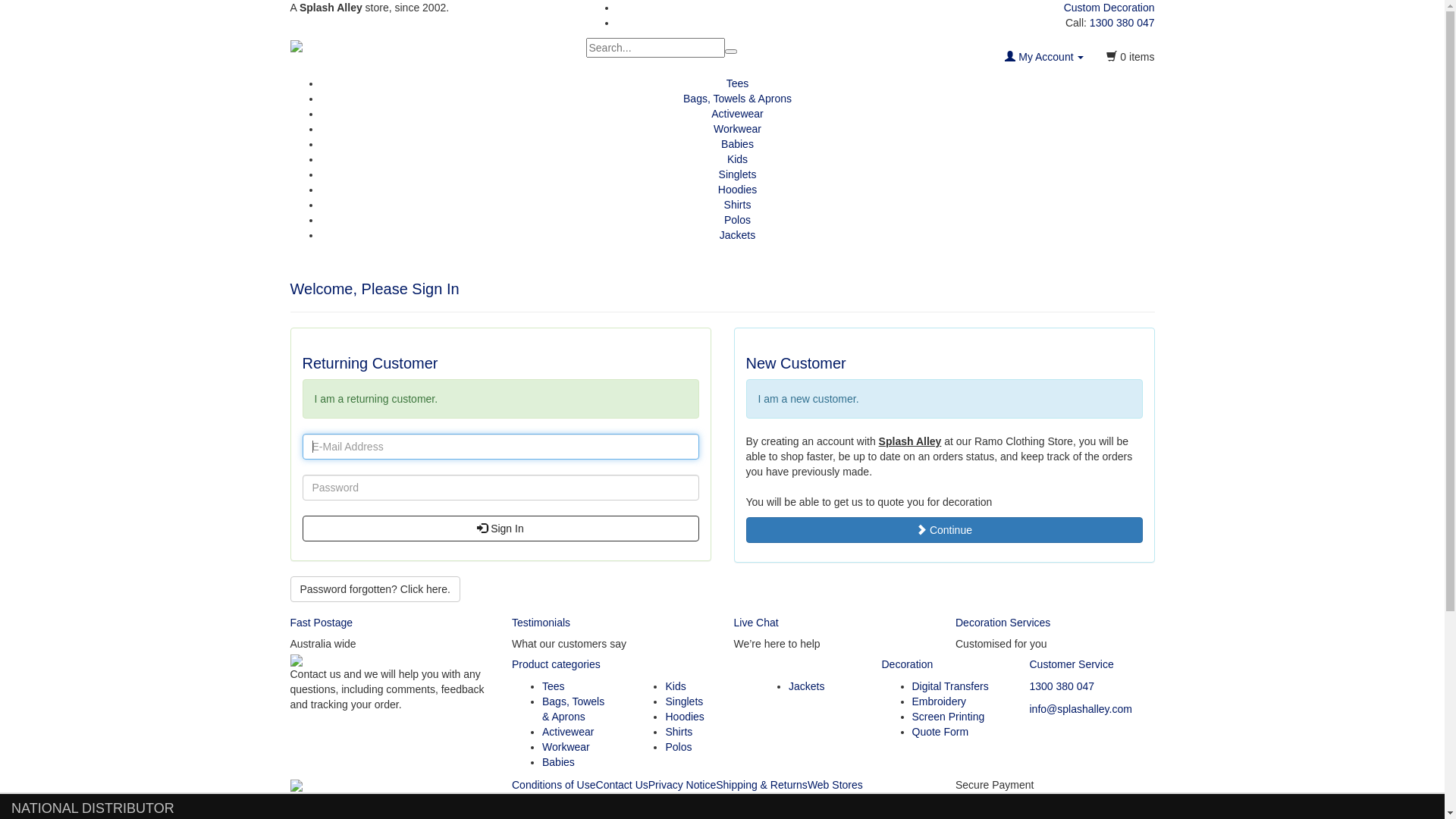  I want to click on 'Shirts', so click(738, 205).